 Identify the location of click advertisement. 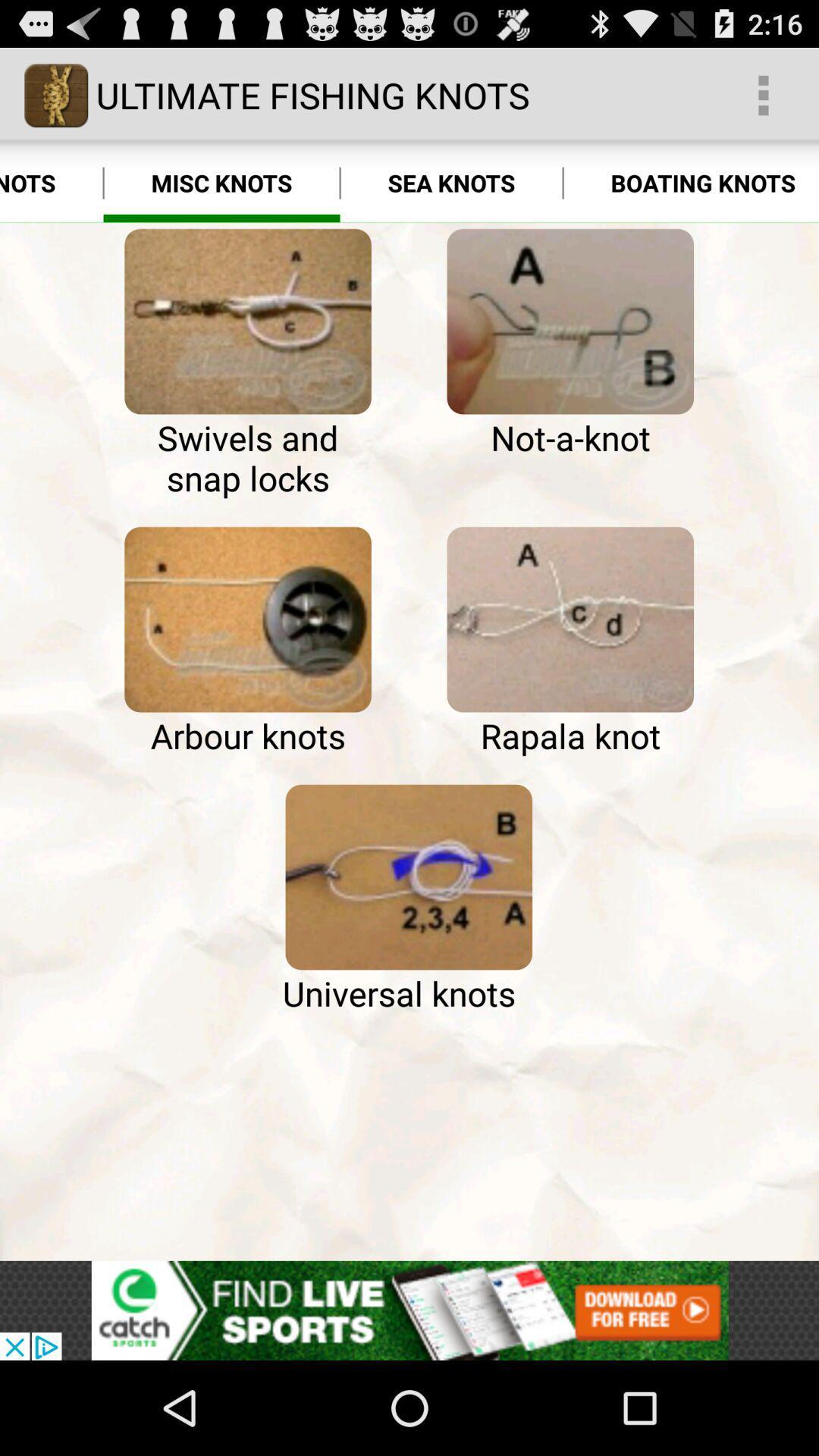
(409, 1310).